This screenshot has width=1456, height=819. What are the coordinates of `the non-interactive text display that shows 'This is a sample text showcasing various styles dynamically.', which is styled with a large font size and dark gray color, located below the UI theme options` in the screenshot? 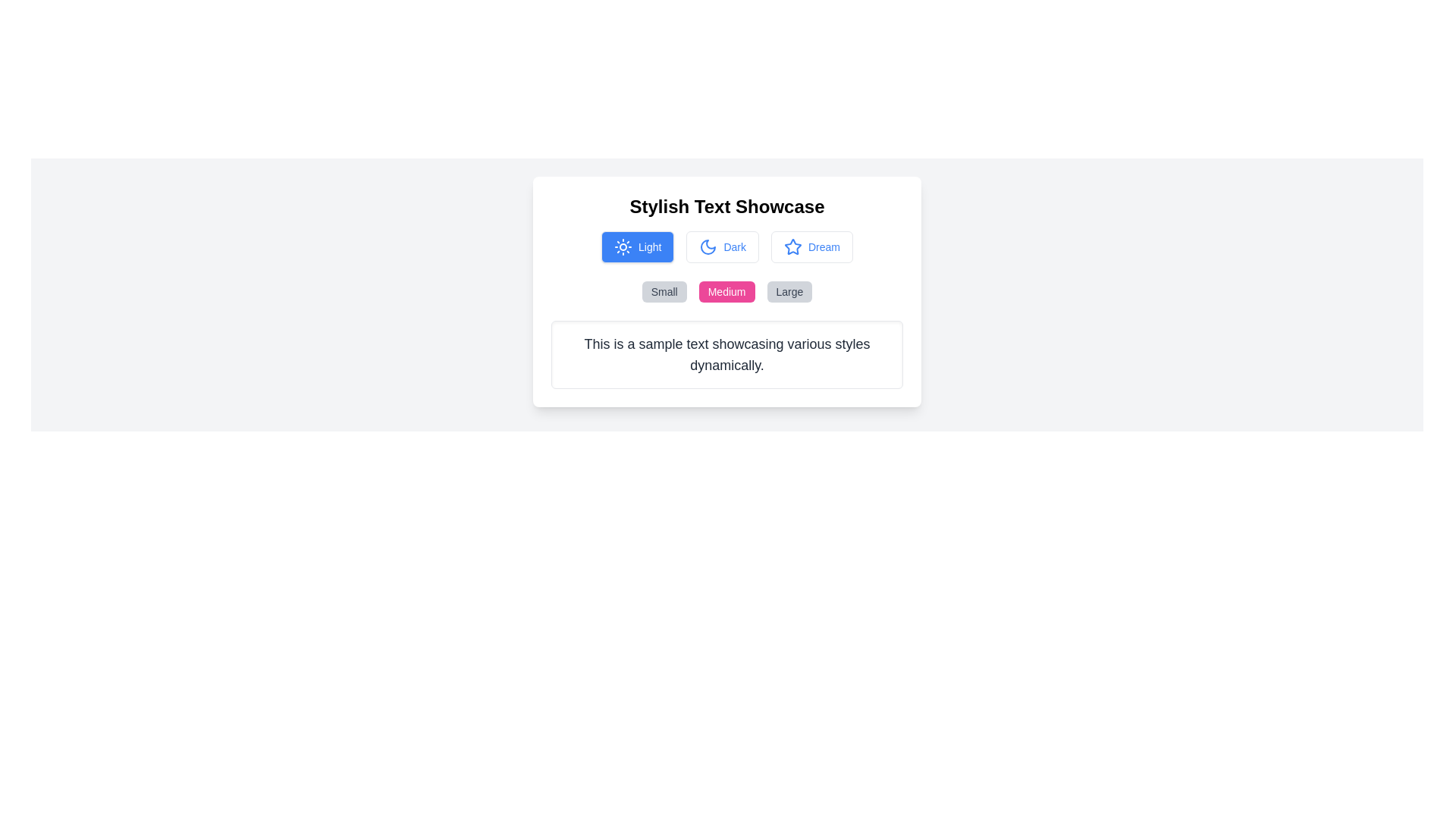 It's located at (726, 354).